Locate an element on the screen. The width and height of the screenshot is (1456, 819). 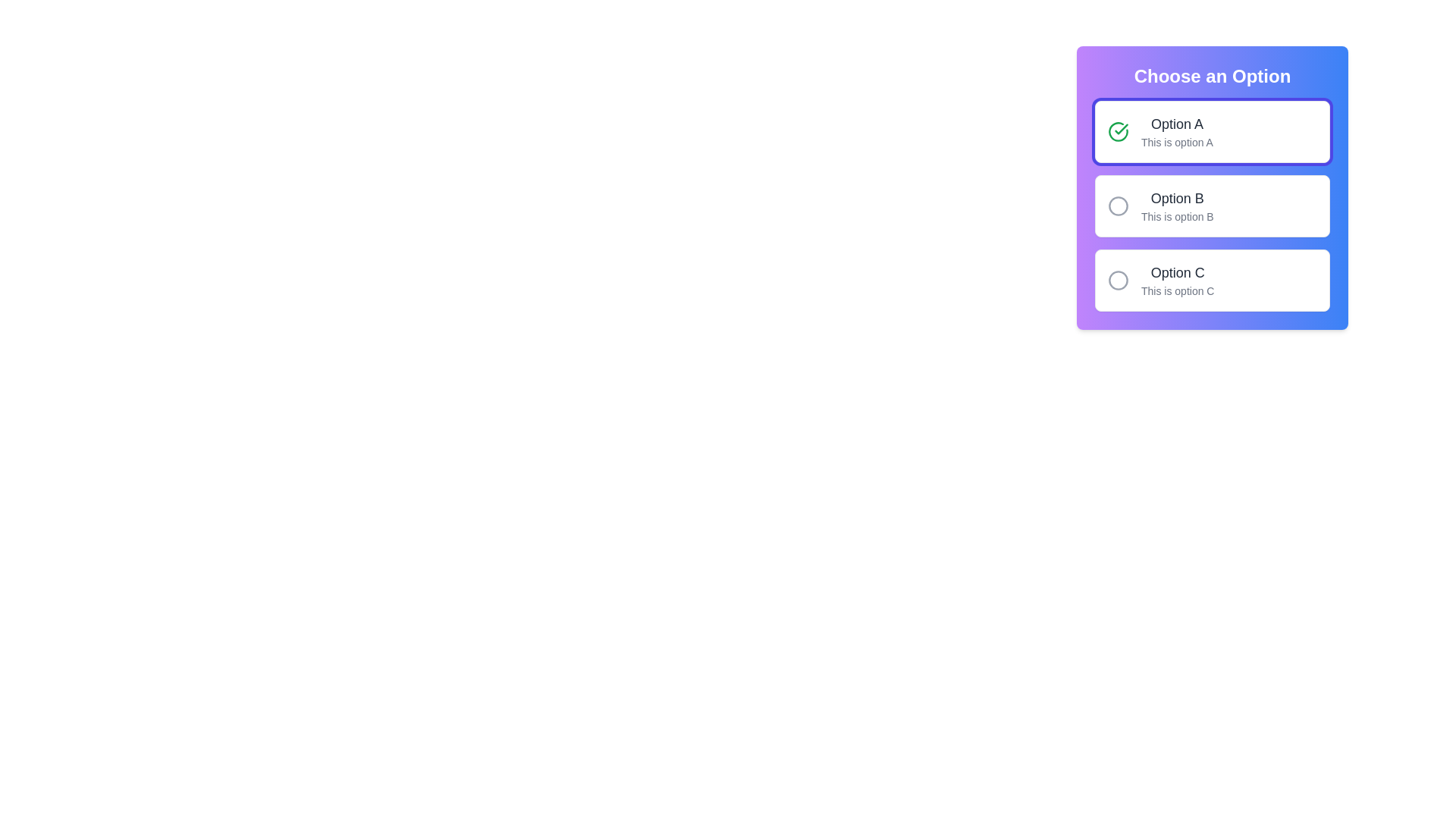
the radio button option labeled 'Option B' within the selection group is located at coordinates (1211, 187).